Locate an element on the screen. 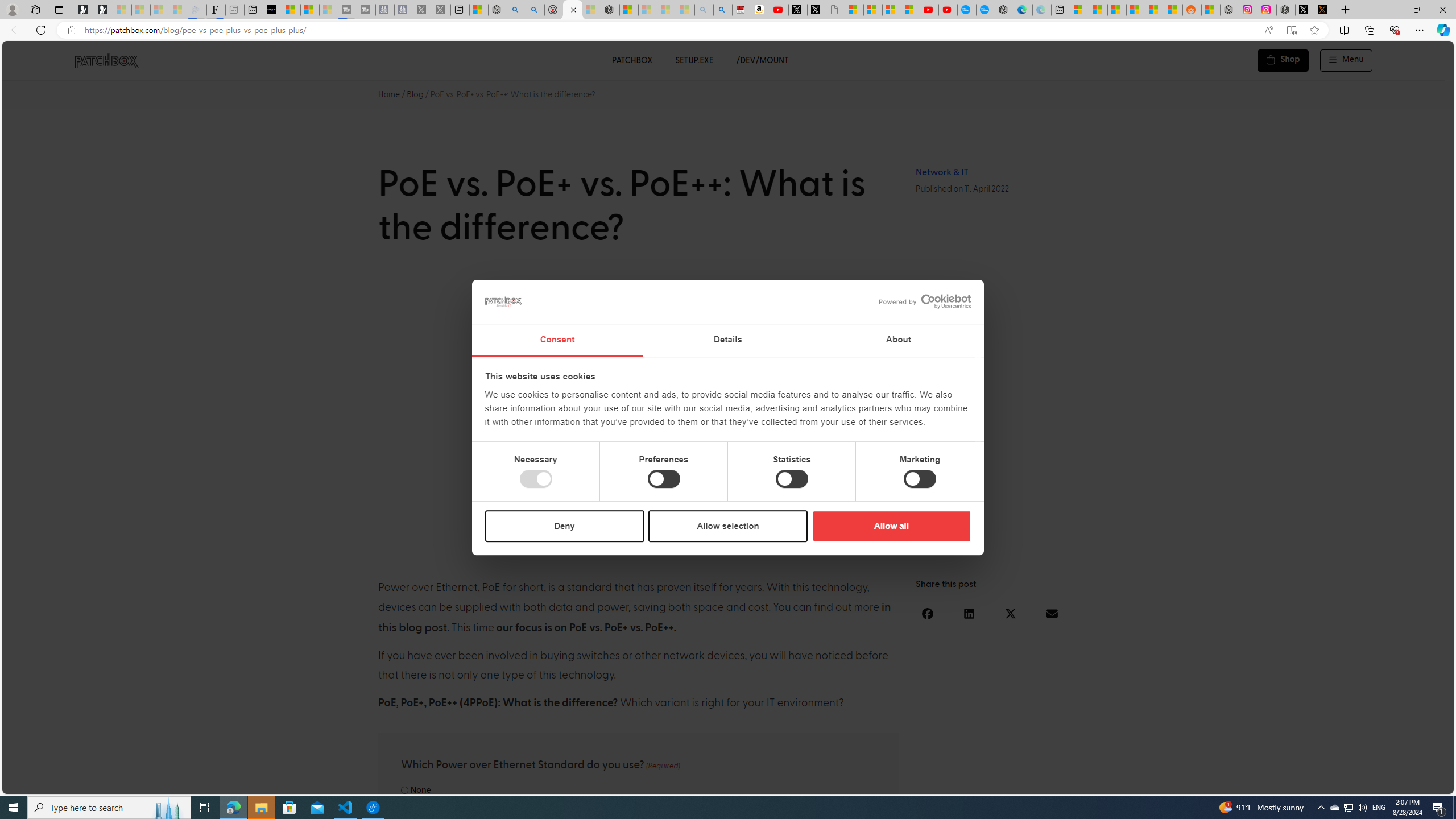 The width and height of the screenshot is (1456, 819). 'Day 1: Arriving in Yemen (surreal to be here) - YouTube' is located at coordinates (779, 9).